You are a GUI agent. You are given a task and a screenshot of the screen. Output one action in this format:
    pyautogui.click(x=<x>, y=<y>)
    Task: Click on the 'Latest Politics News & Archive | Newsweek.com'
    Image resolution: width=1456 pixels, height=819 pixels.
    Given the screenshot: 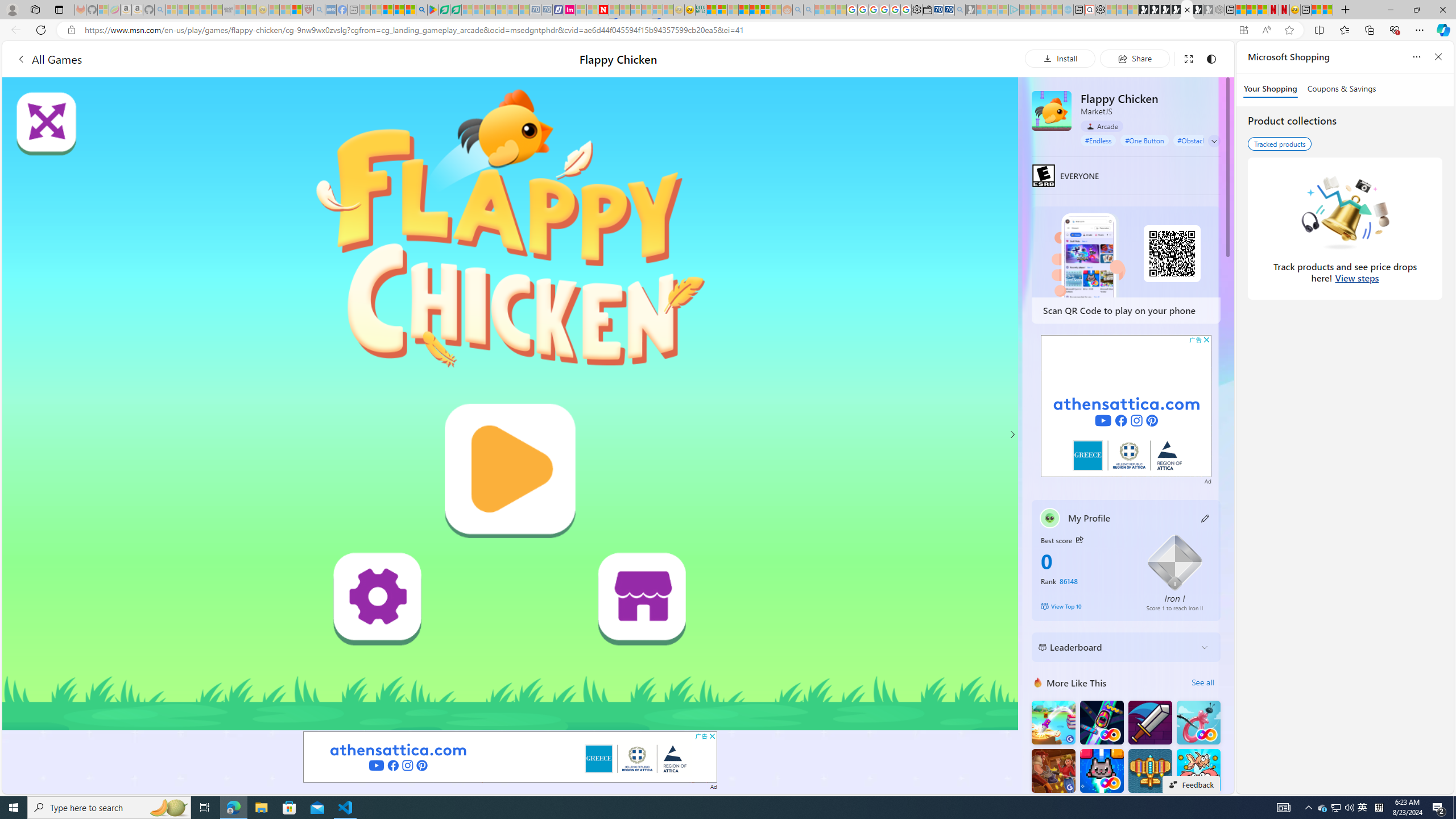 What is the action you would take?
    pyautogui.click(x=602, y=9)
    